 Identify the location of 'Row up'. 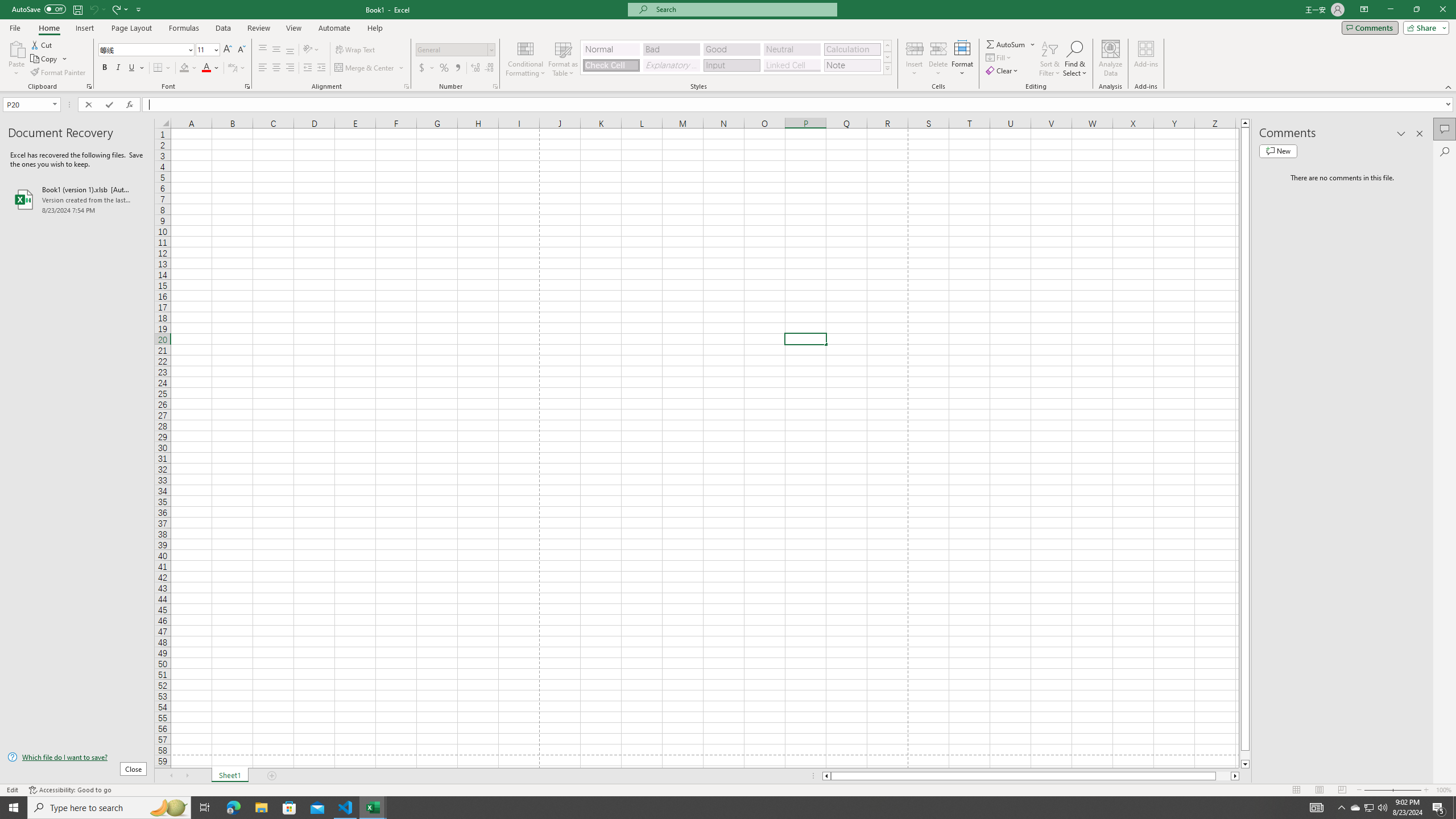
(887, 45).